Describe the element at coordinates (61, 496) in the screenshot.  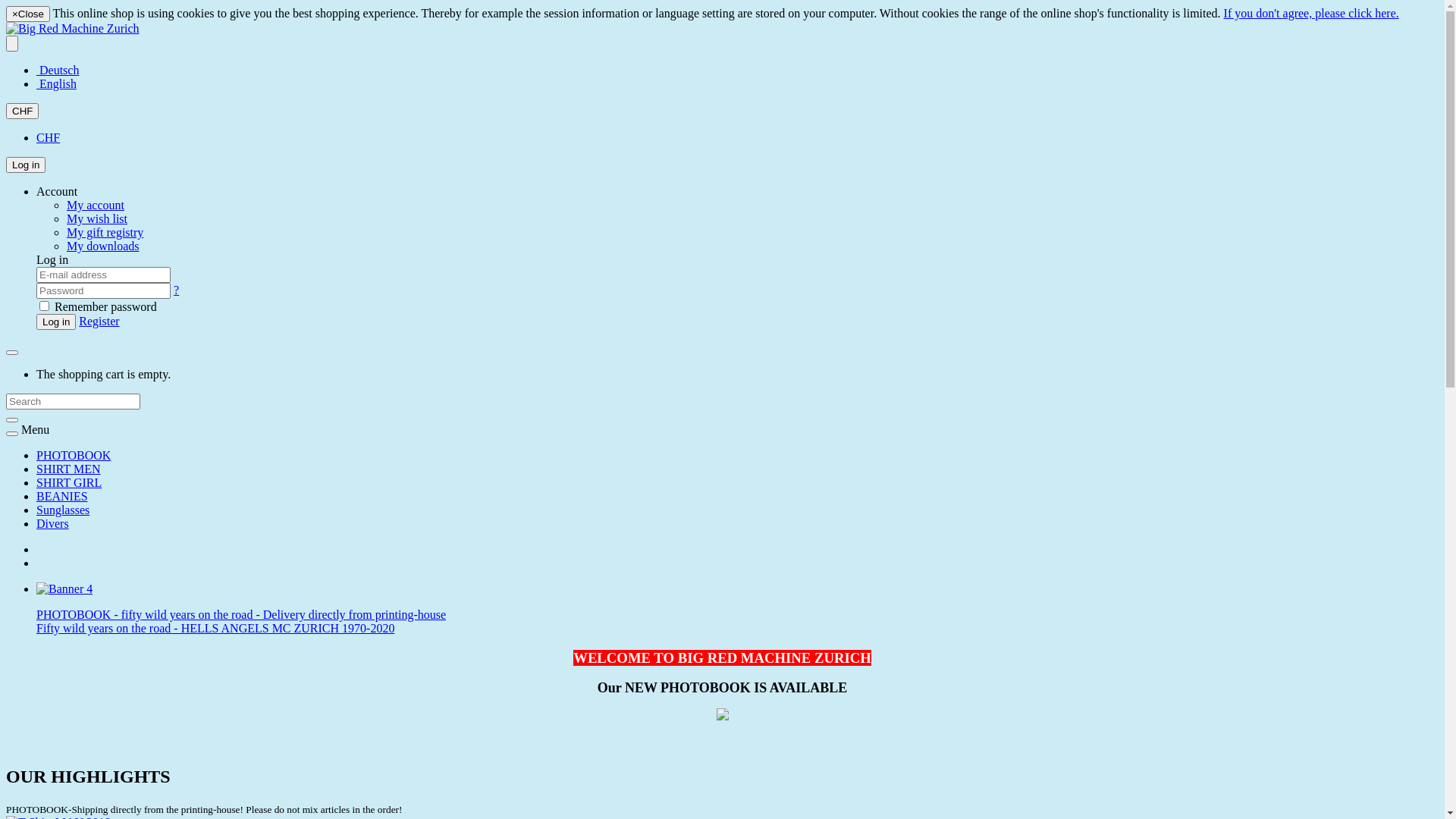
I see `'BEANIES'` at that location.